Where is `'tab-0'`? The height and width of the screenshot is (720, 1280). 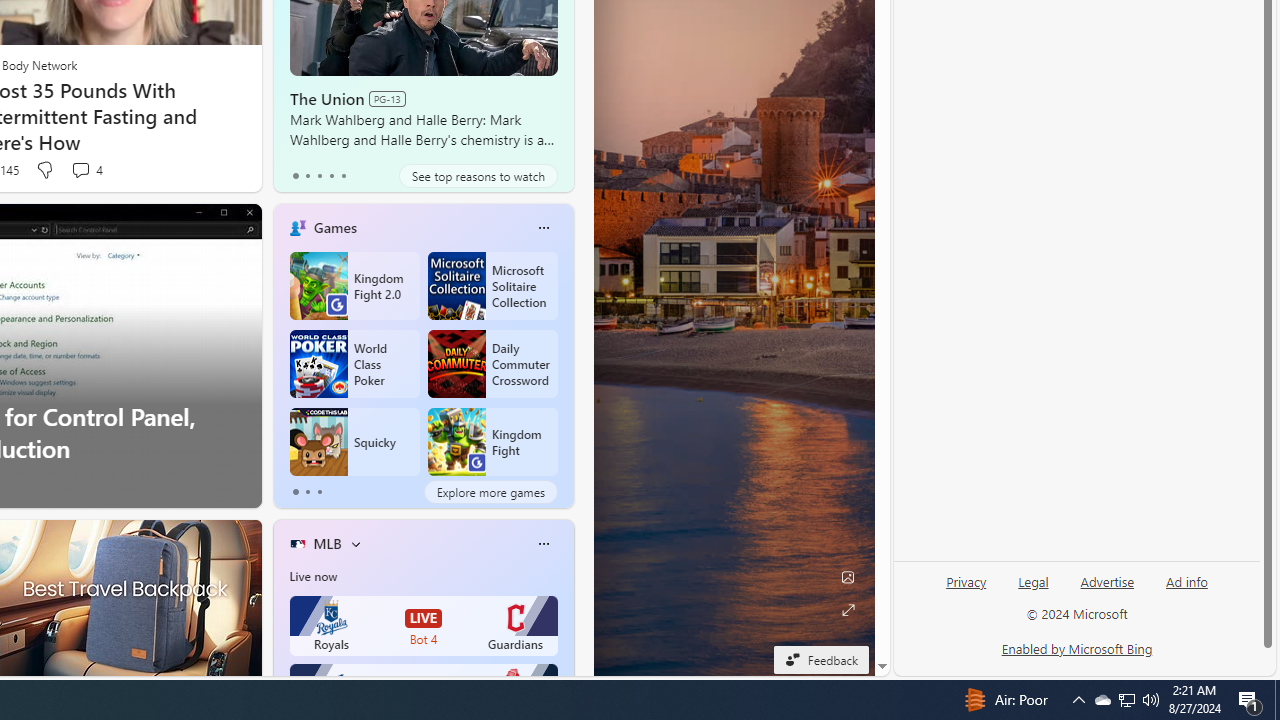 'tab-0' is located at coordinates (294, 492).